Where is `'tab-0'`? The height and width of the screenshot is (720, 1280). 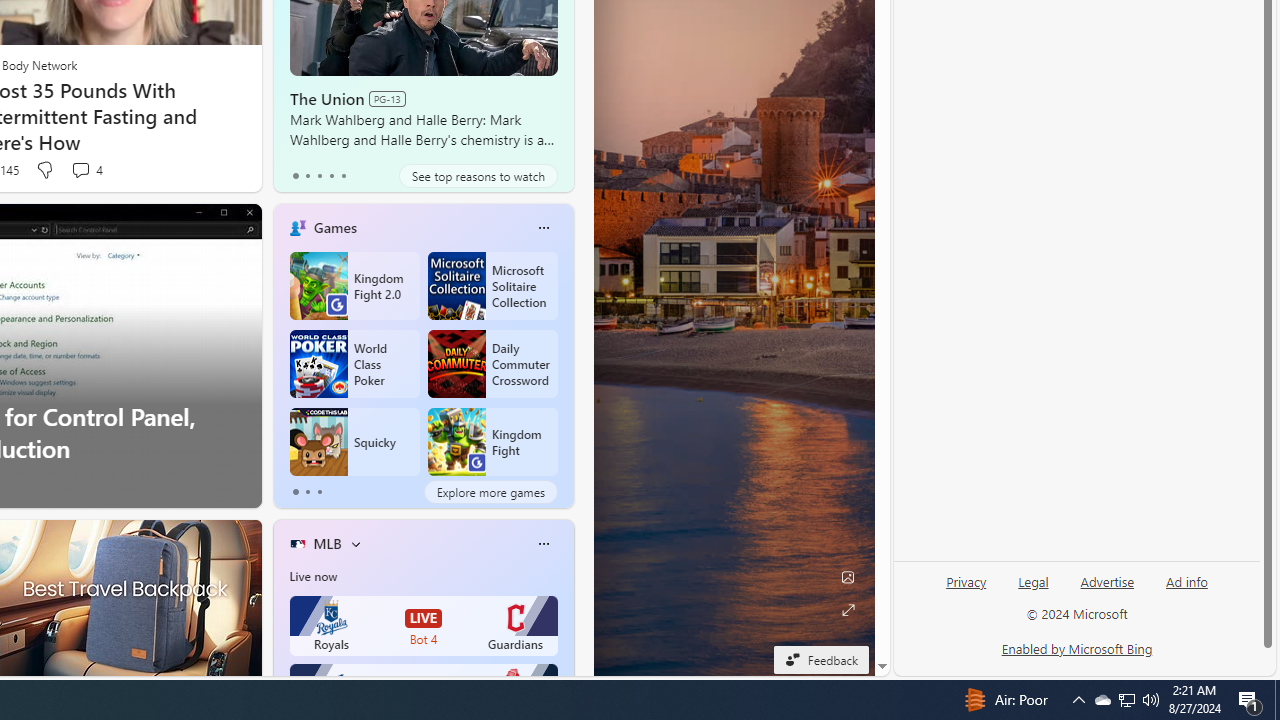 'tab-0' is located at coordinates (294, 492).